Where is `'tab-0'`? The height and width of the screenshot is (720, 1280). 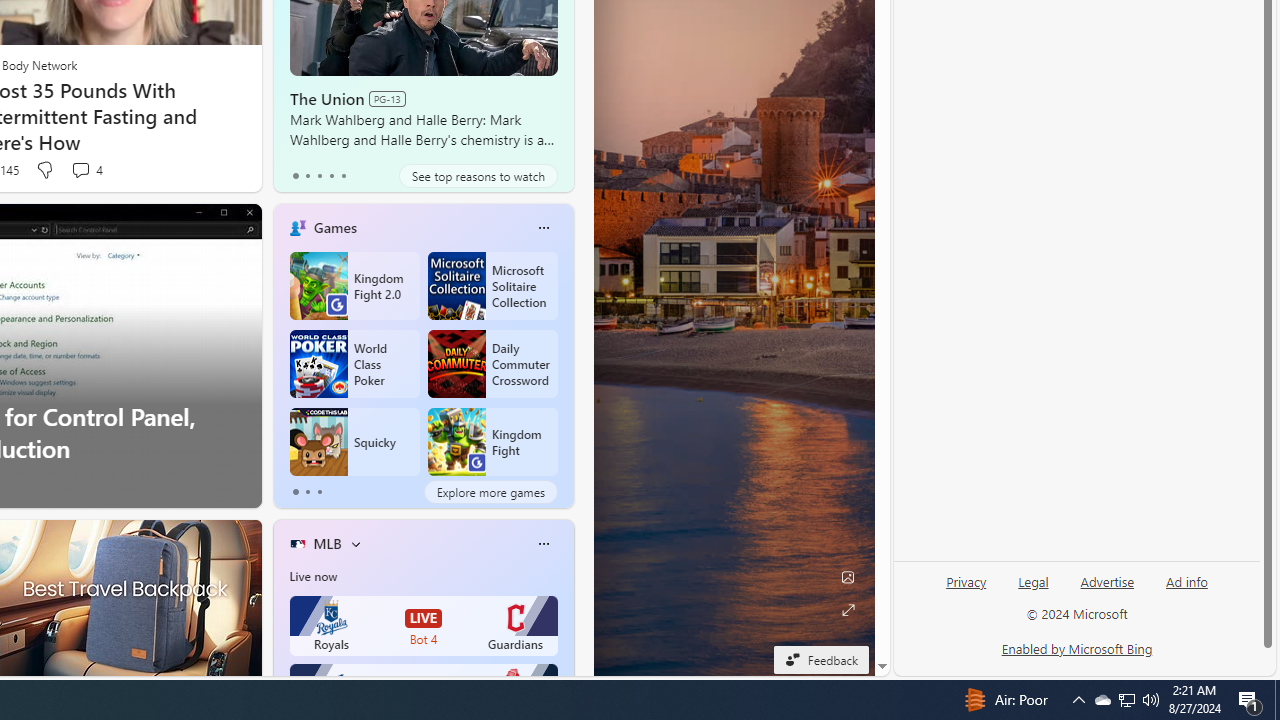 'tab-0' is located at coordinates (294, 492).